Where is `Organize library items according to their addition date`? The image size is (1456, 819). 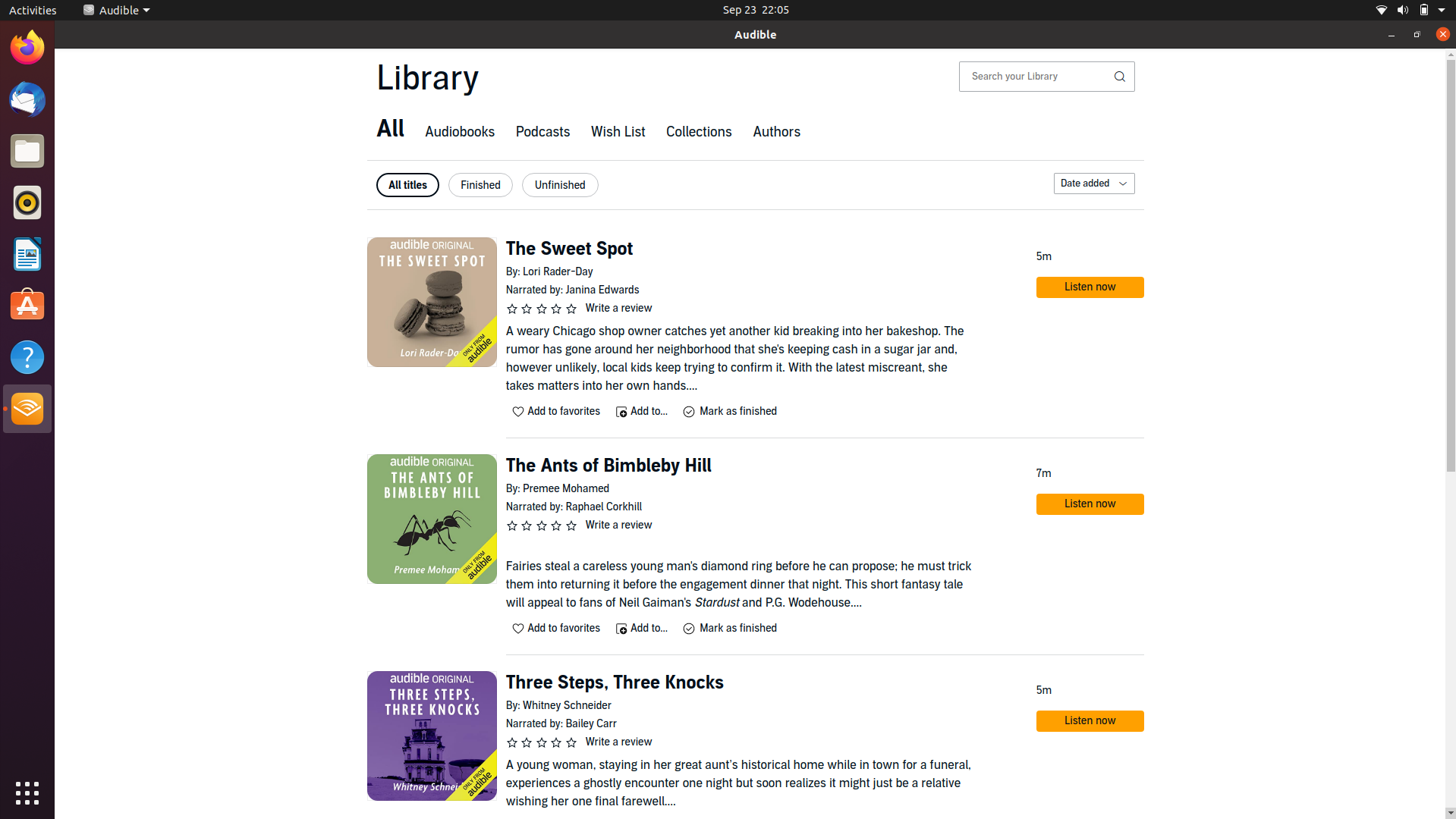 Organize library items according to their addition date is located at coordinates (1093, 183).